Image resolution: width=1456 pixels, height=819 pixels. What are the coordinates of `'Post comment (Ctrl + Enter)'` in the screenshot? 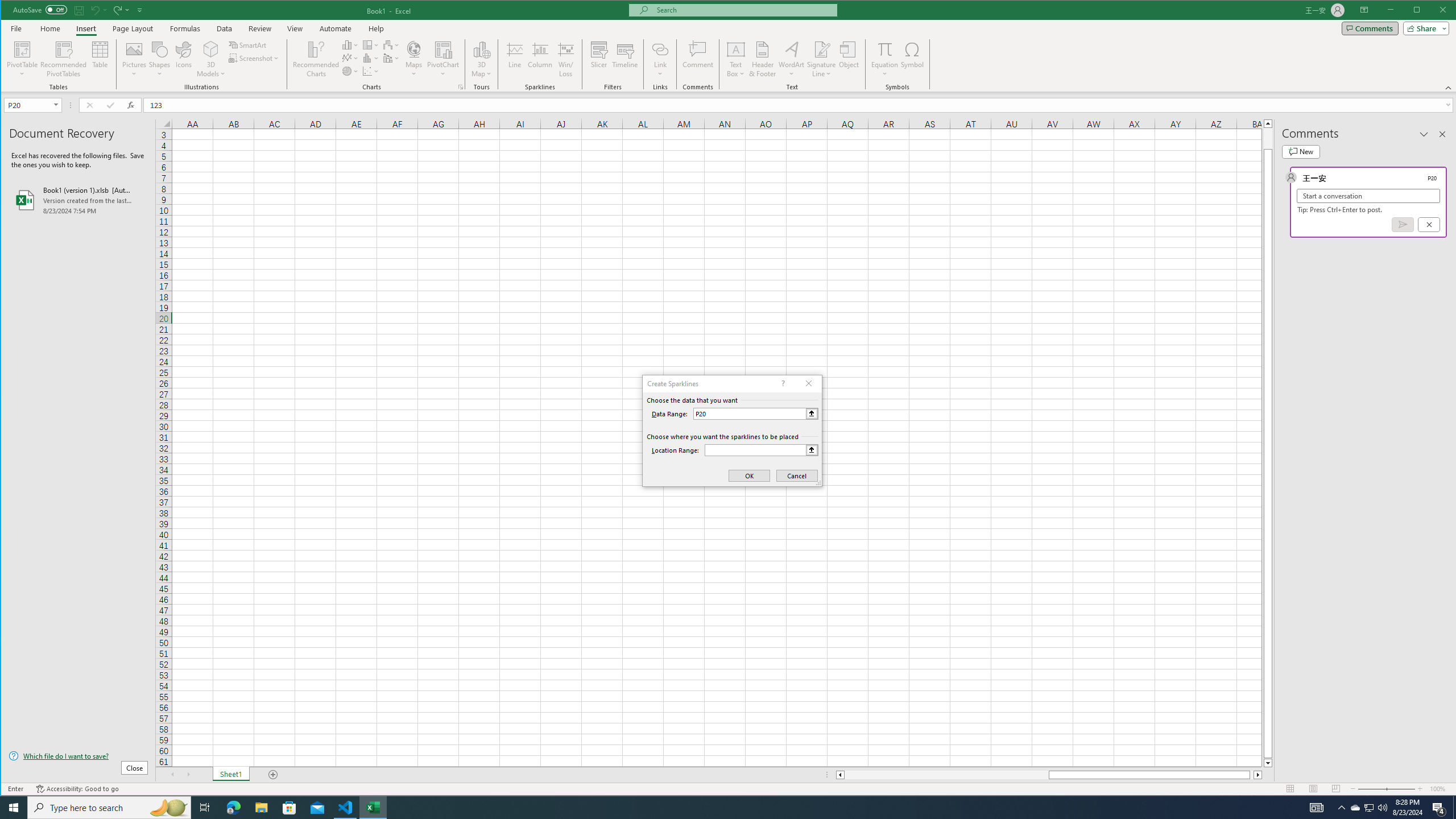 It's located at (1403, 224).